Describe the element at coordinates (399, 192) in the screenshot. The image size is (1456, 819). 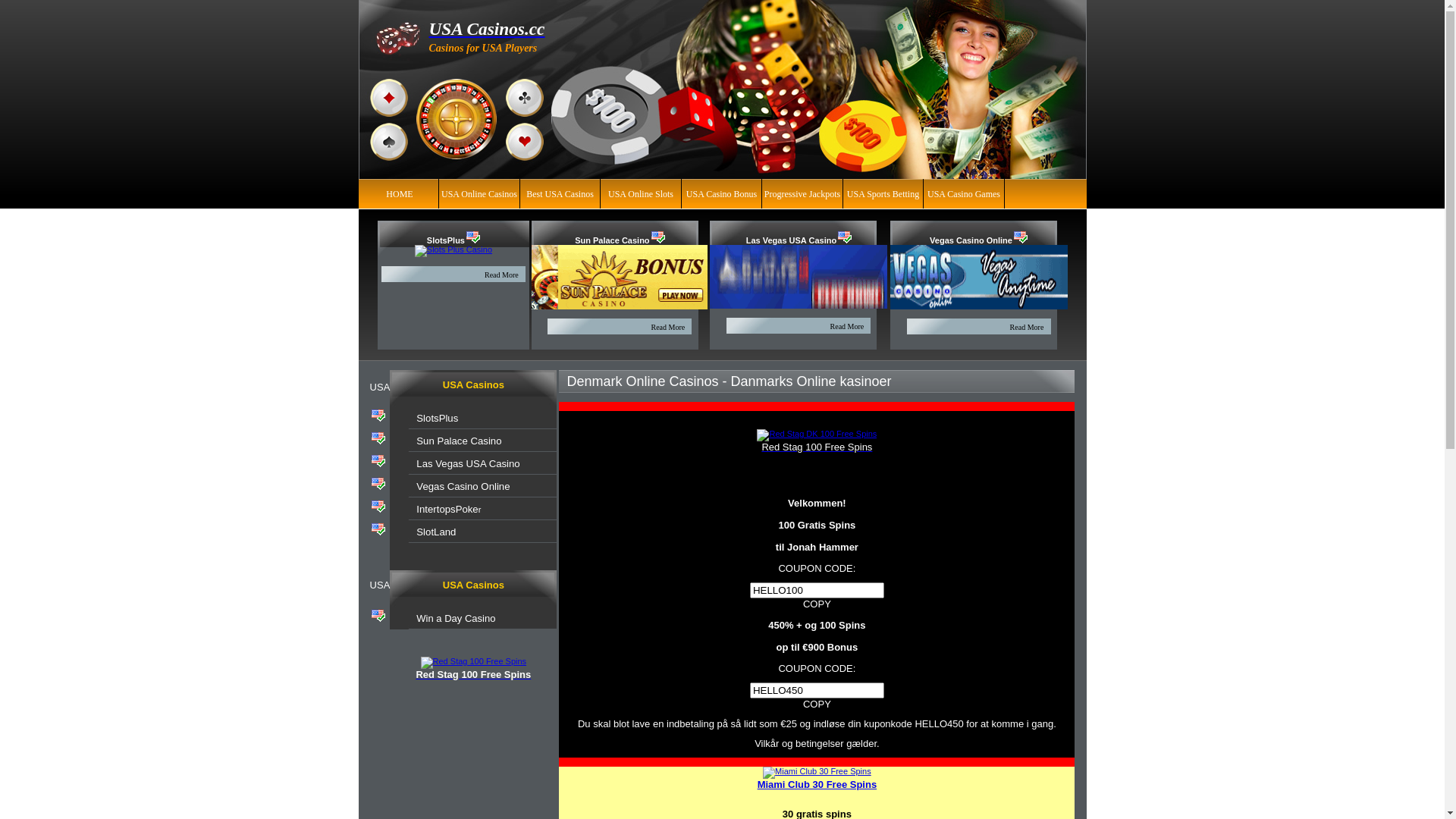
I see `'HOME'` at that location.